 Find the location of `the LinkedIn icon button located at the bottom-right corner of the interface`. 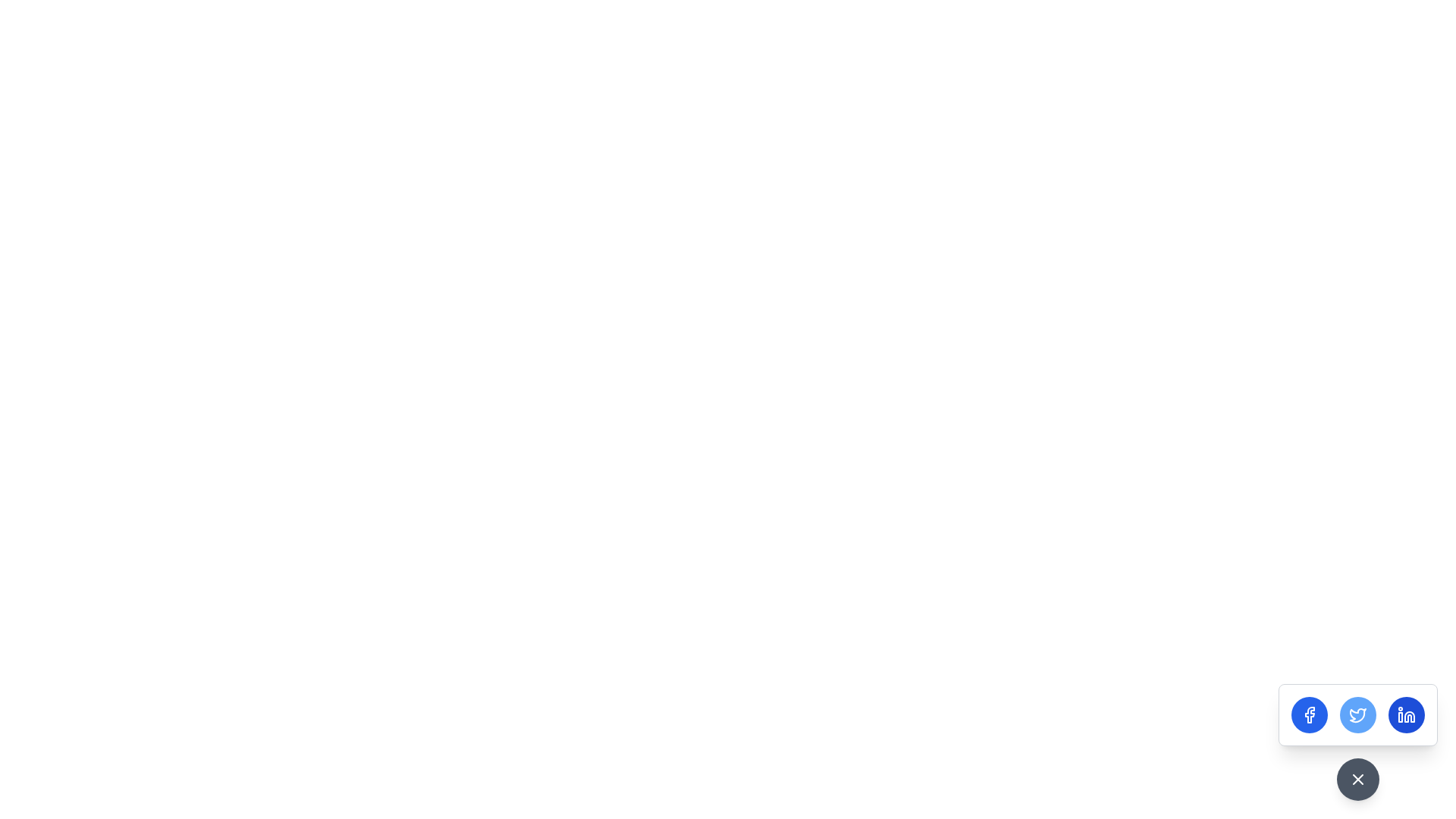

the LinkedIn icon button located at the bottom-right corner of the interface is located at coordinates (1405, 714).